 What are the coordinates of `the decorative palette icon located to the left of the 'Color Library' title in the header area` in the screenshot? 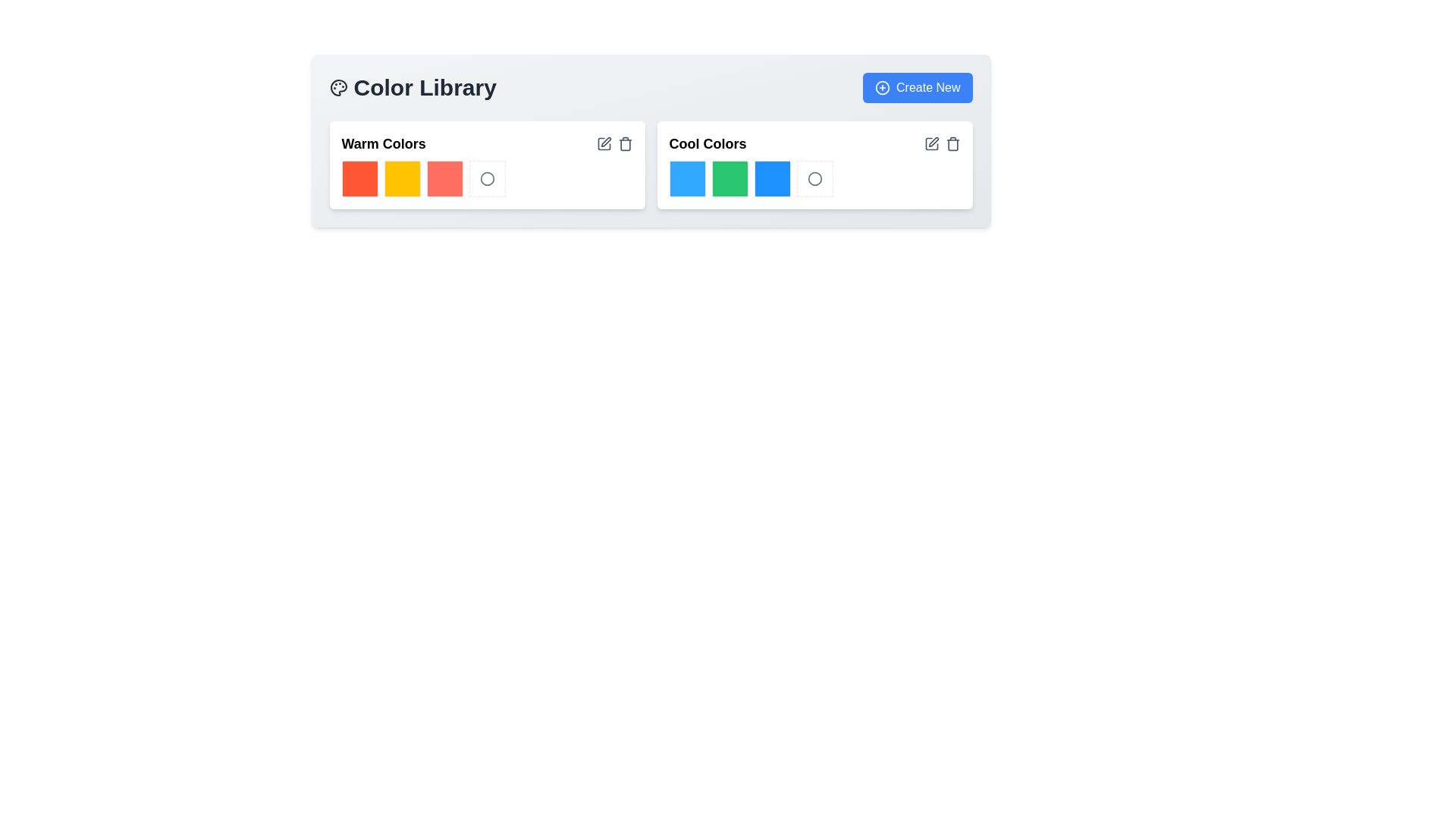 It's located at (337, 87).